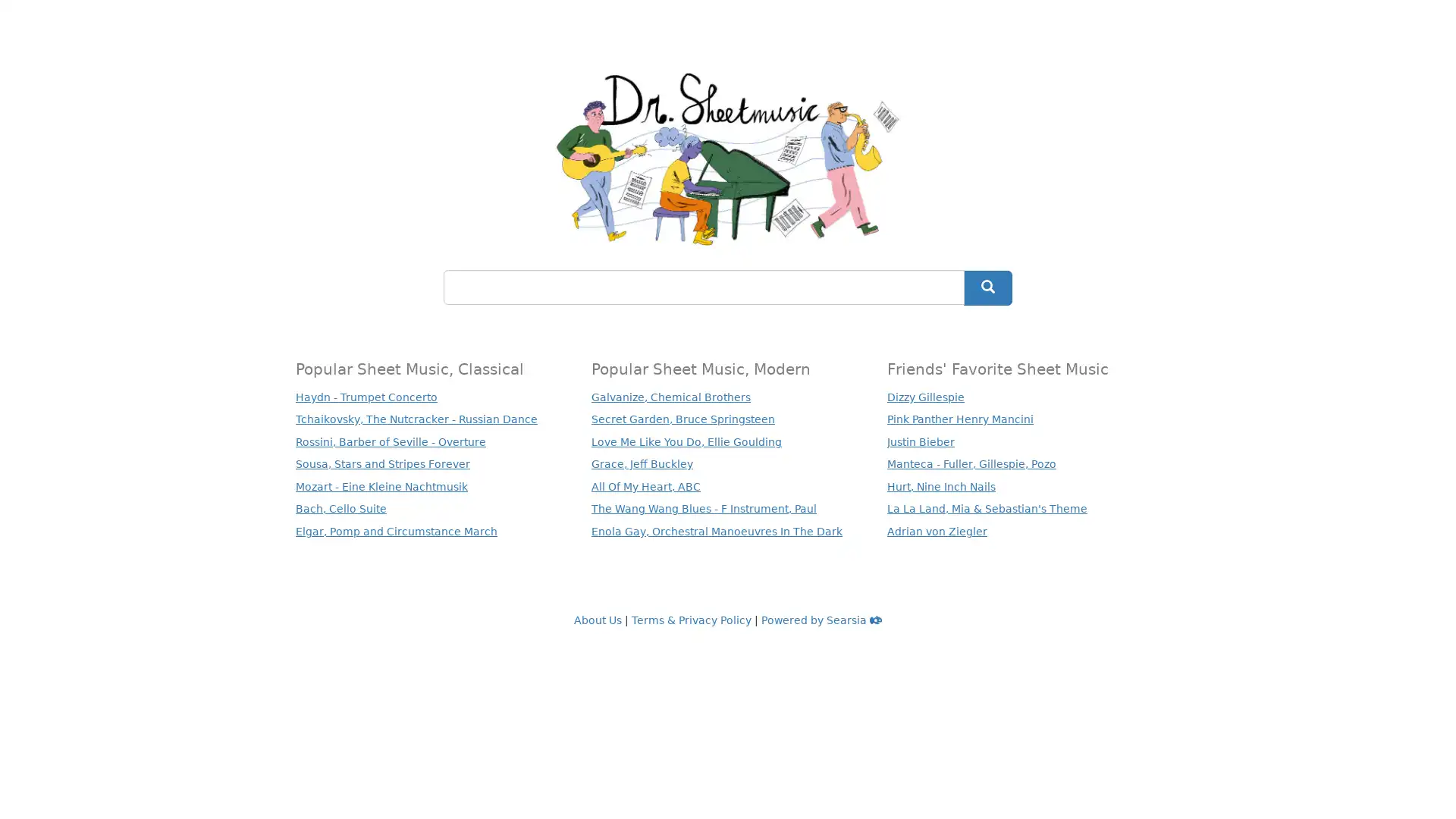 This screenshot has width=1456, height=819. I want to click on Search, so click(987, 287).